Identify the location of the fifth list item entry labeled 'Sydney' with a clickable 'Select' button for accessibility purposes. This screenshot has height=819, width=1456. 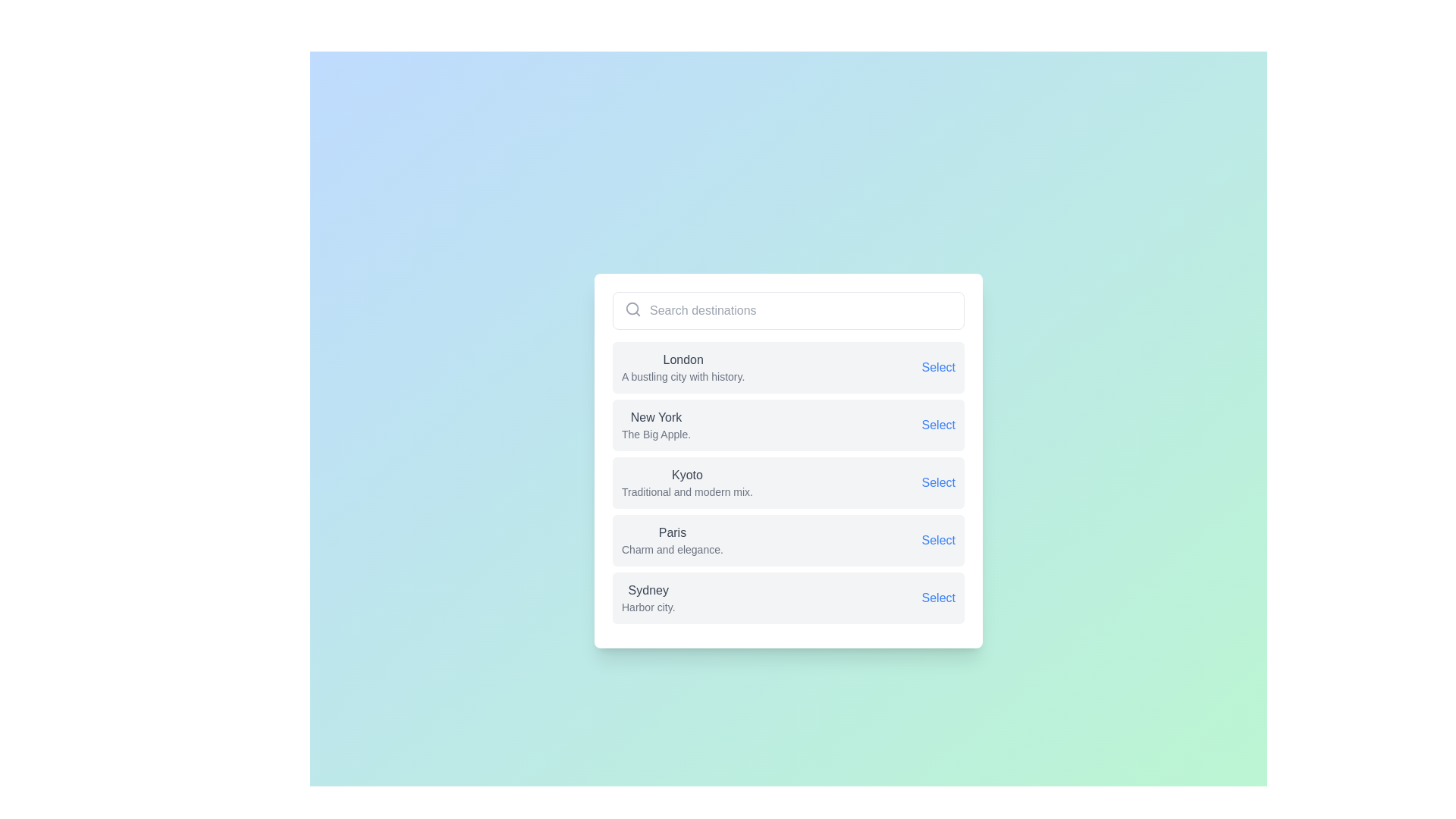
(789, 598).